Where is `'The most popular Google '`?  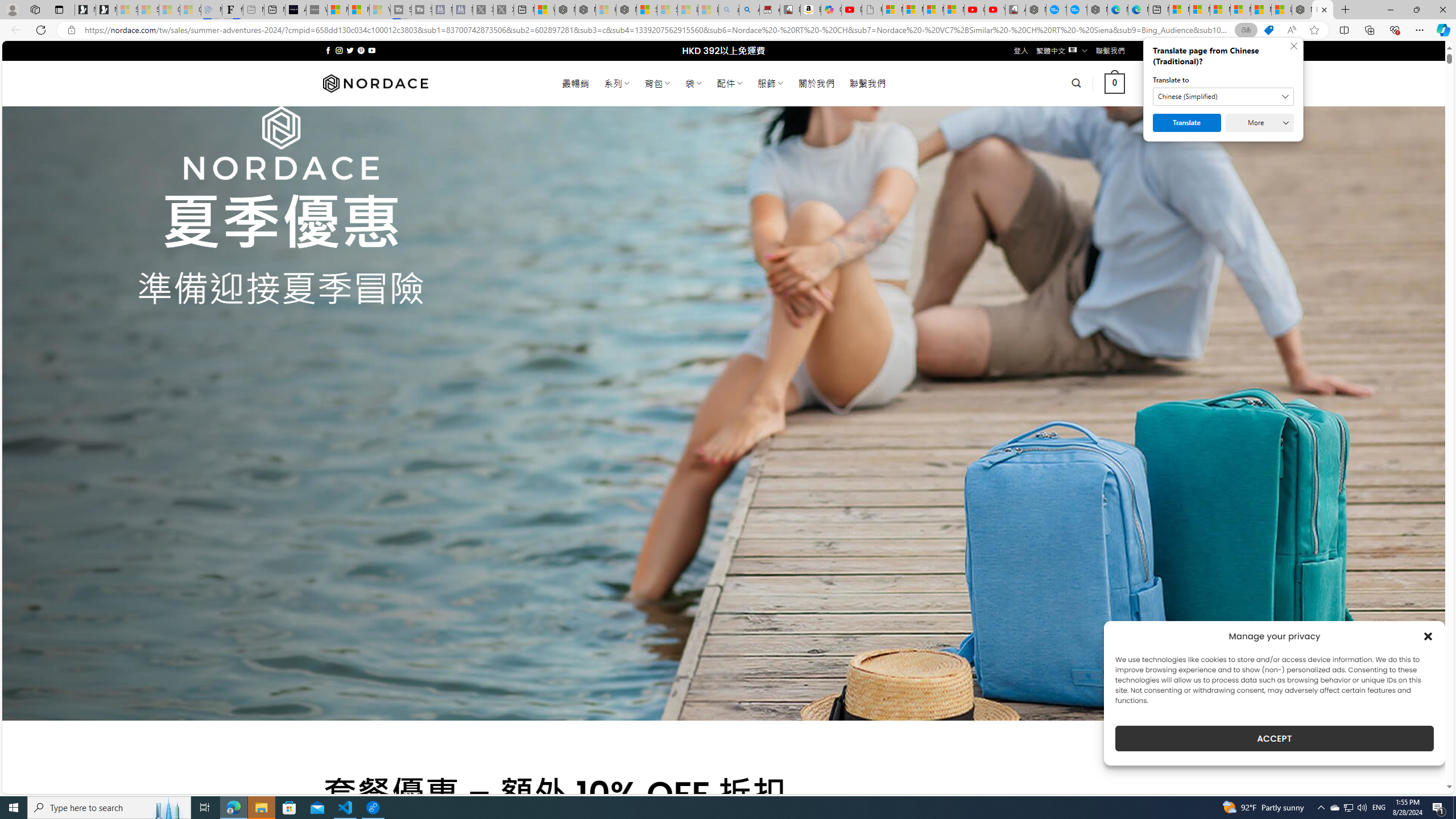 'The most popular Google ' is located at coordinates (1076, 9).